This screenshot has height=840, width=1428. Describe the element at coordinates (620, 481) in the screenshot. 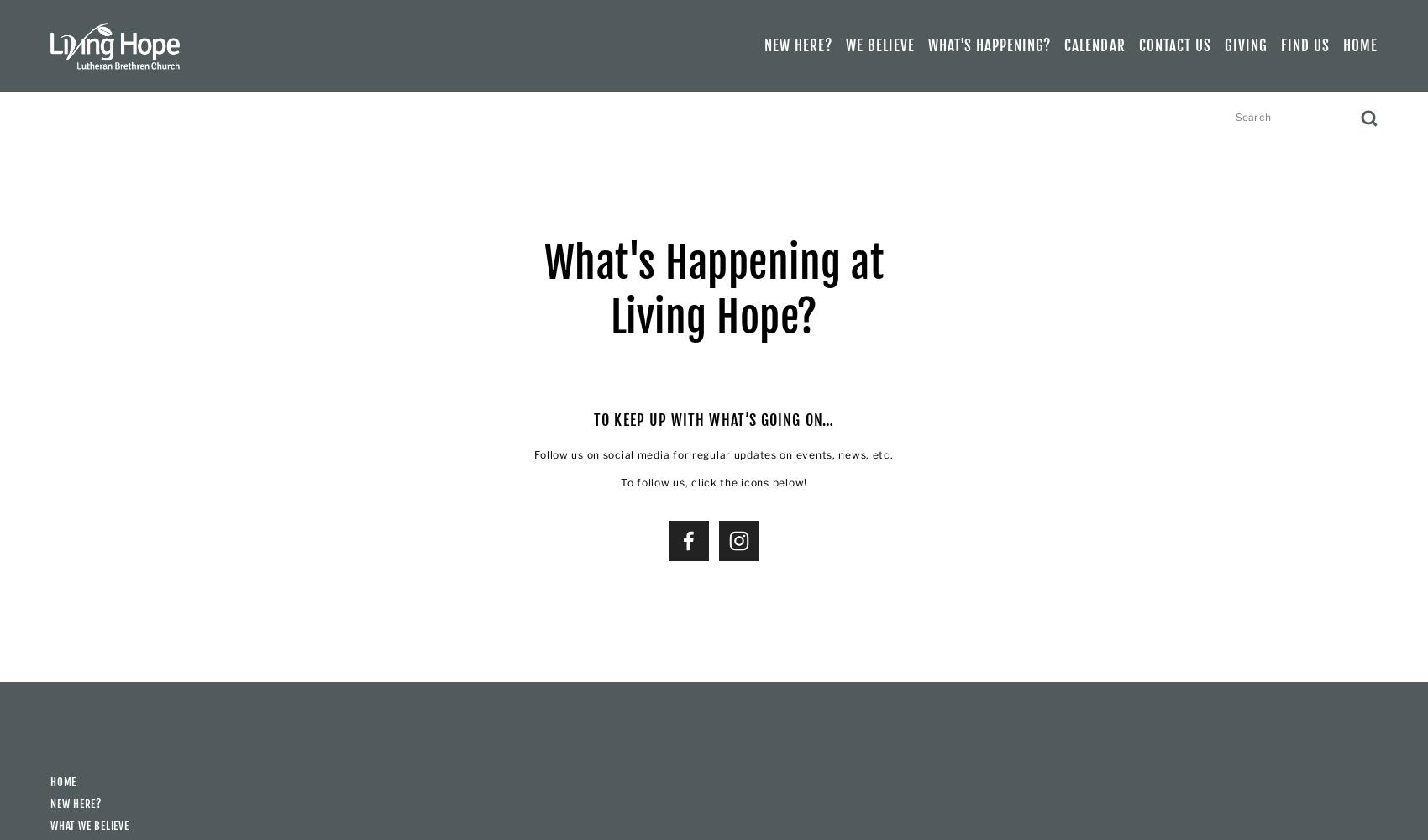

I see `'To follow us, click the icons below!'` at that location.